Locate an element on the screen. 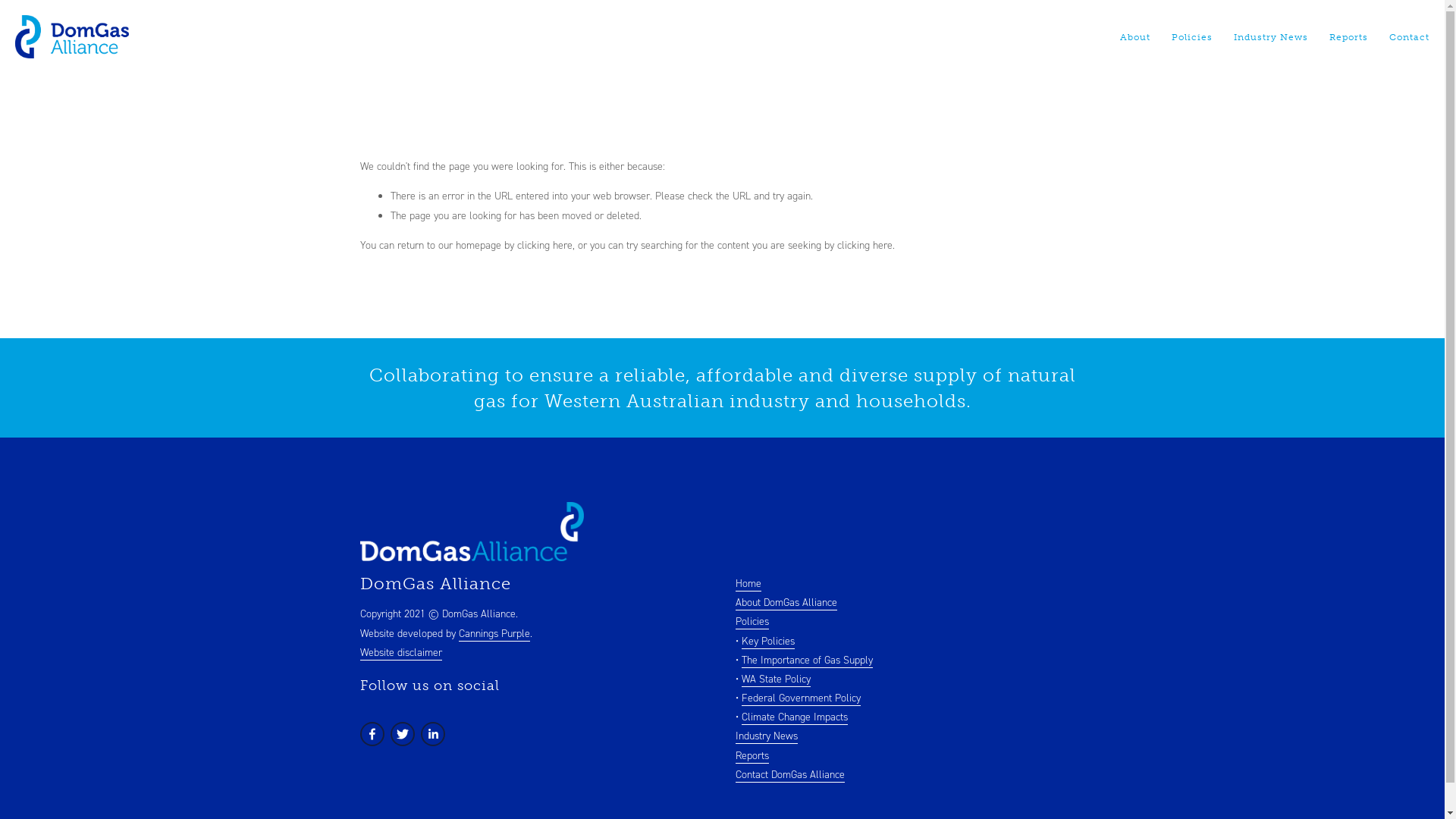 This screenshot has height=819, width=1456. 'About DomGas Alliance' is located at coordinates (786, 601).